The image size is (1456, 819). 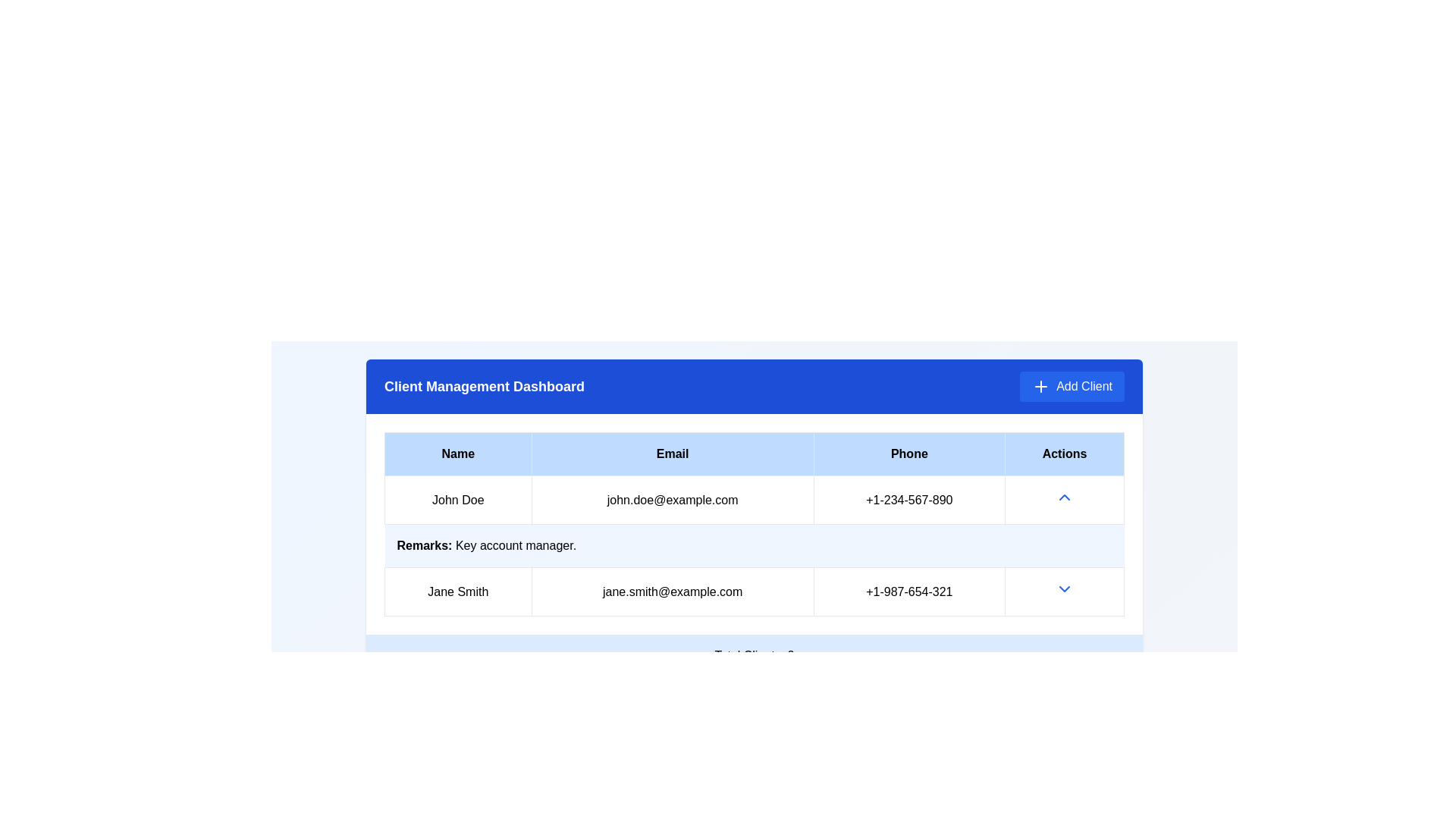 I want to click on the email address 'jane.smith@example.com' displayed in the 'Email' column of the 'Client Management Dashboard' table for further actions, so click(x=672, y=591).